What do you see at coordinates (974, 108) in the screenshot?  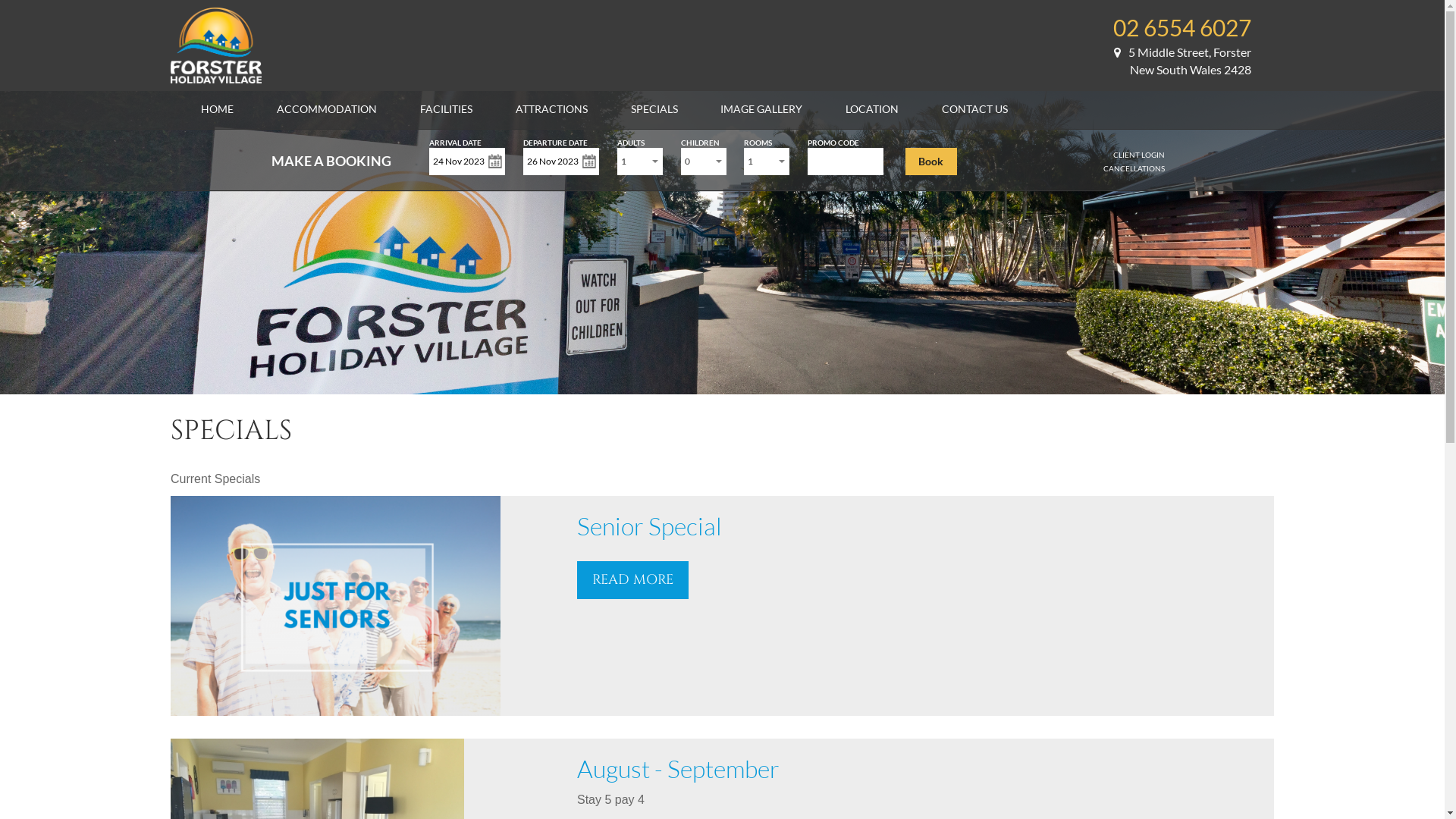 I see `'CONTACT US'` at bounding box center [974, 108].